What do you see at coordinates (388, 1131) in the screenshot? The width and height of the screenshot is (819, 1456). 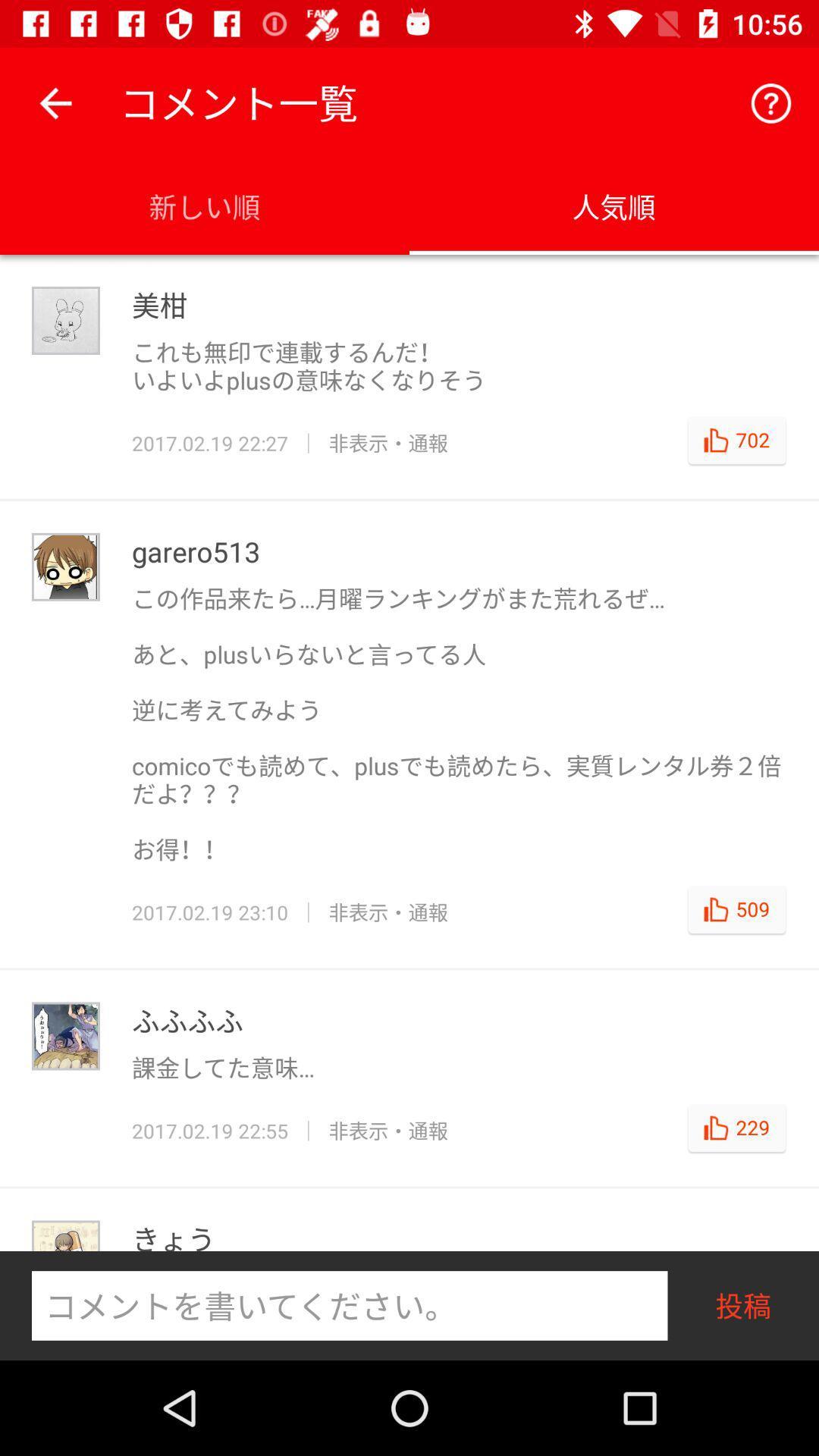 I see `the text which is left to number 229` at bounding box center [388, 1131].